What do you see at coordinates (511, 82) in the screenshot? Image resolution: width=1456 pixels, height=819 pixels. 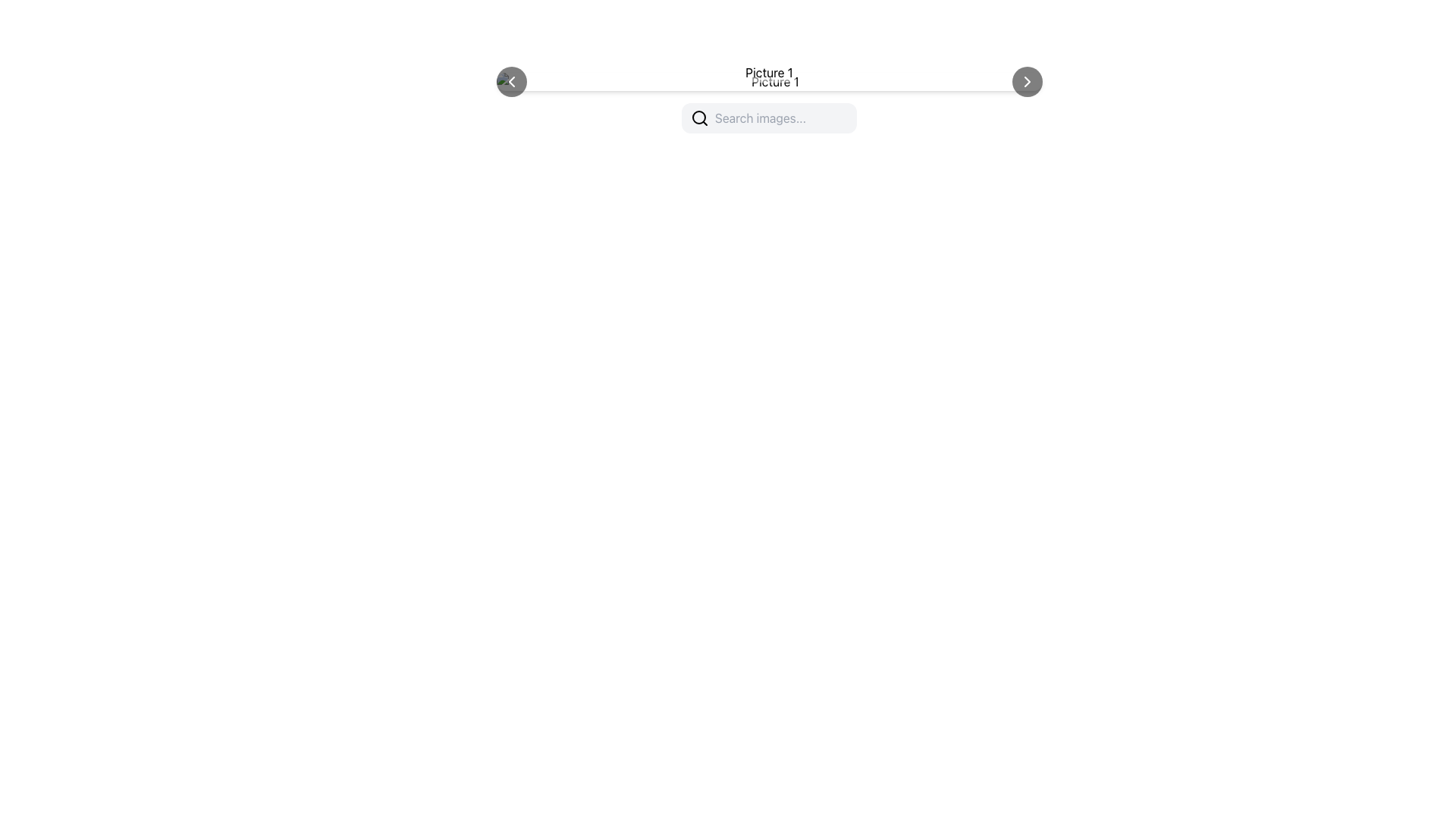 I see `the small, left-facing chevron icon, which is white on a semi-transparent black circular background` at bounding box center [511, 82].